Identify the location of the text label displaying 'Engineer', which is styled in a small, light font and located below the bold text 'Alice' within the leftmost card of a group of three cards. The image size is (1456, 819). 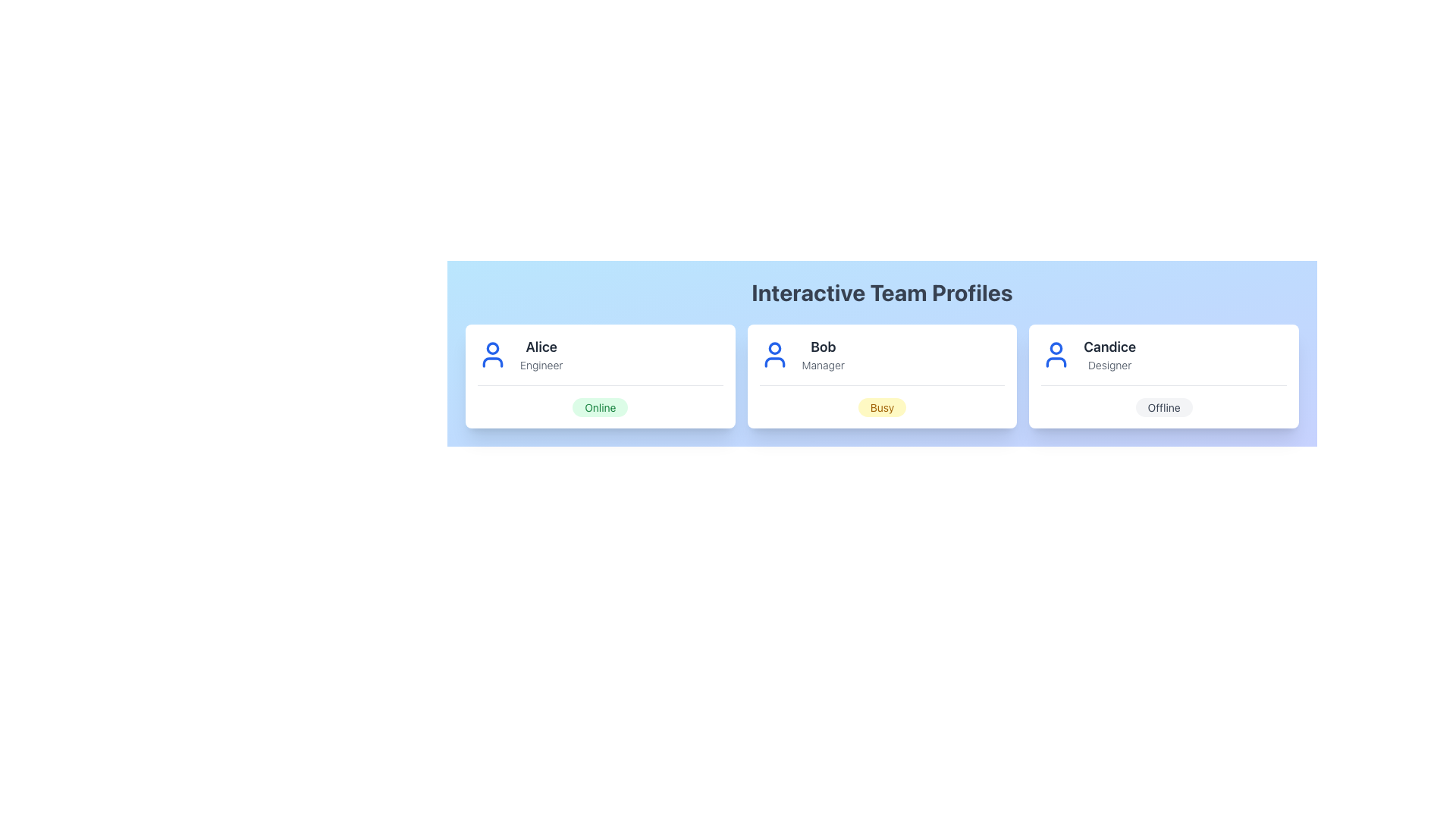
(541, 366).